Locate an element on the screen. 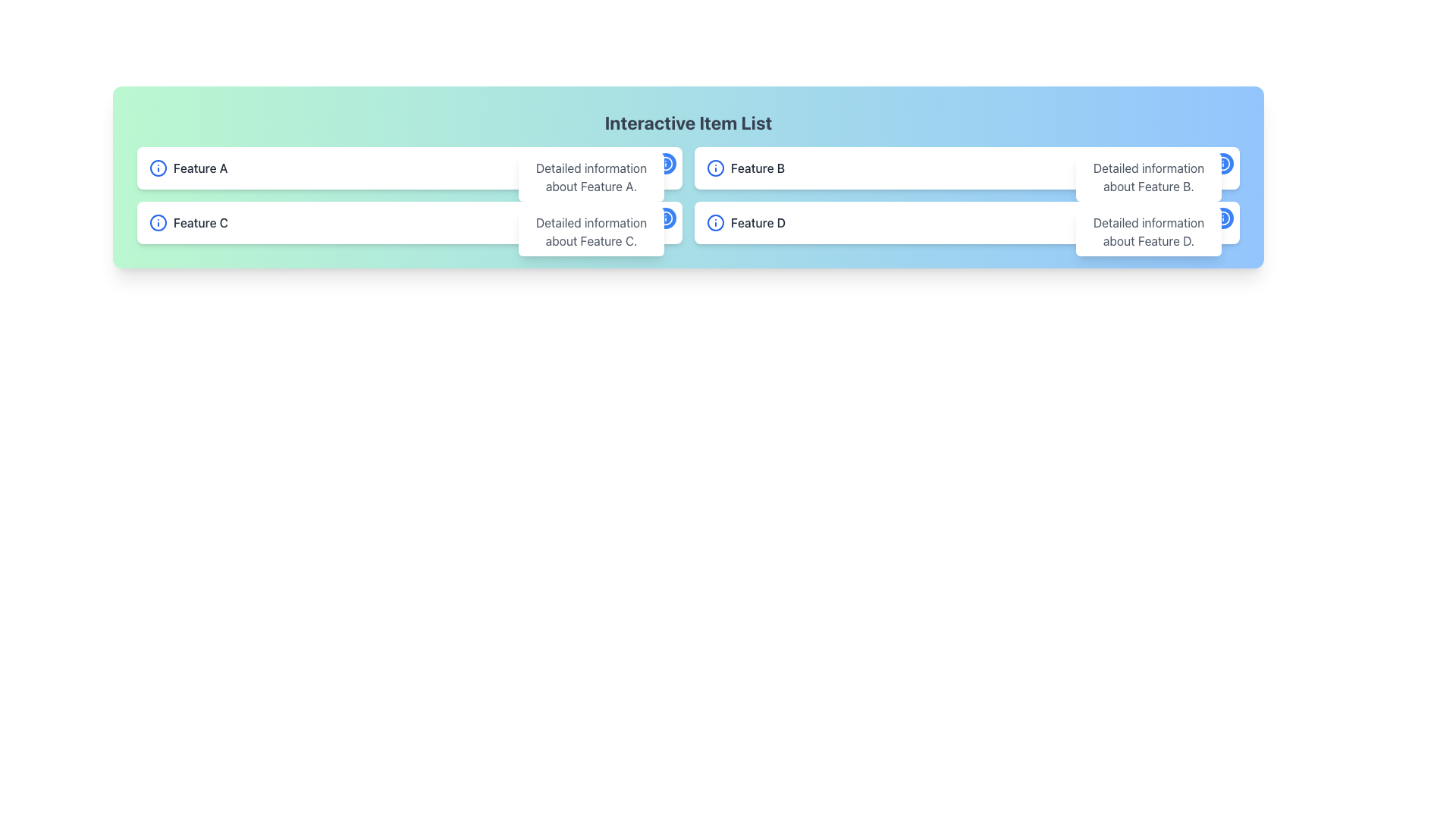 This screenshot has height=819, width=1456. the SVG graphical element (circle) that is part of the information symbol, located to the left of the textual label 'Feature C' is located at coordinates (158, 222).